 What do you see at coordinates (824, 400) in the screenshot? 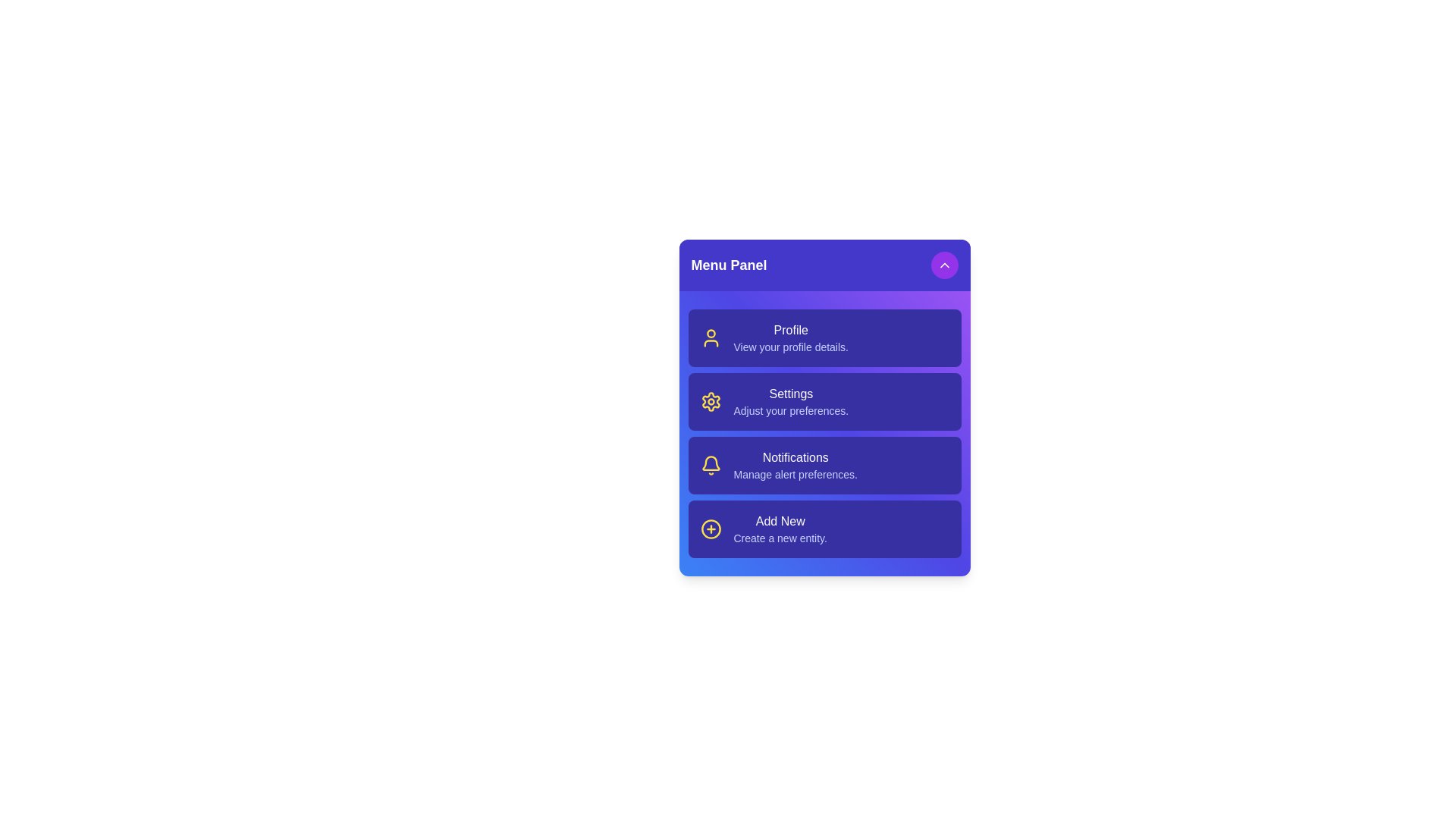
I see `the menu item Settings to trigger its hover effect` at bounding box center [824, 400].